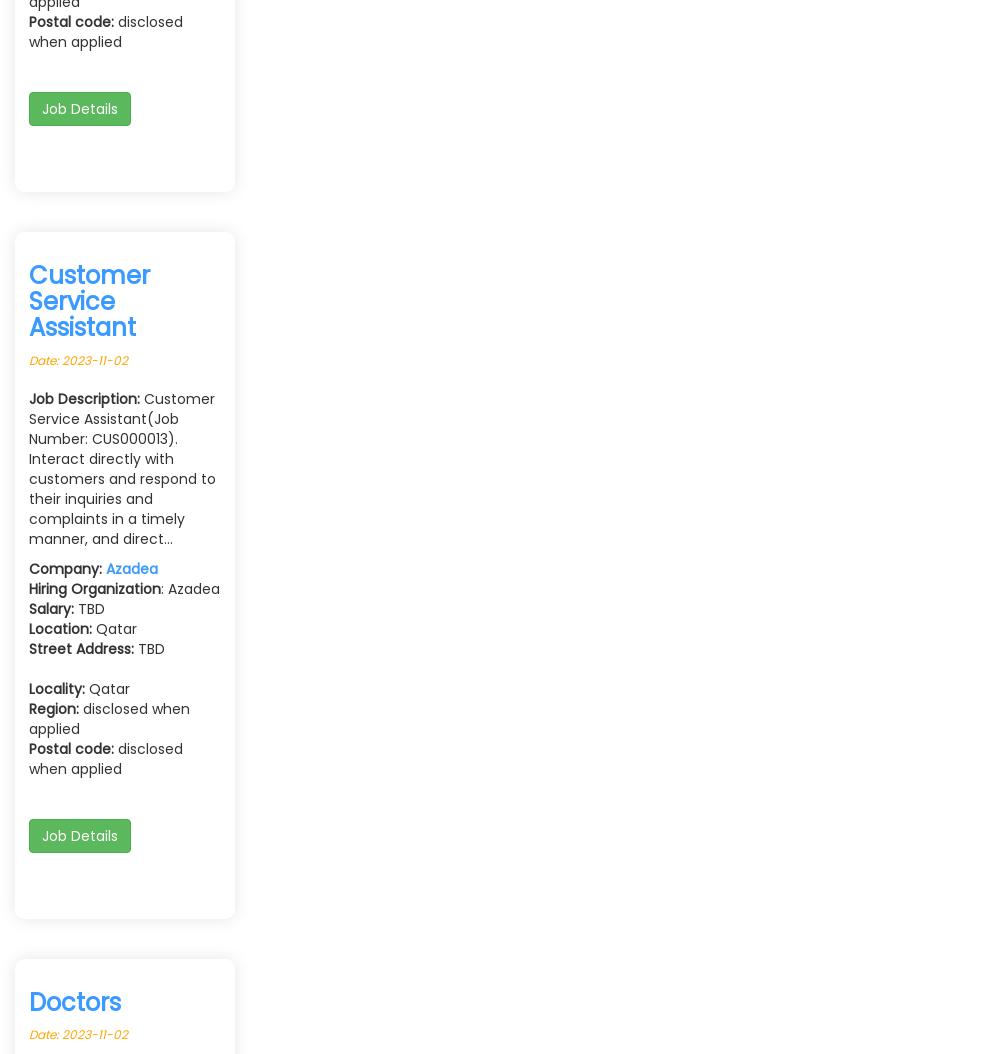 Image resolution: width=990 pixels, height=1054 pixels. I want to click on 'Job Description:', so click(84, 396).